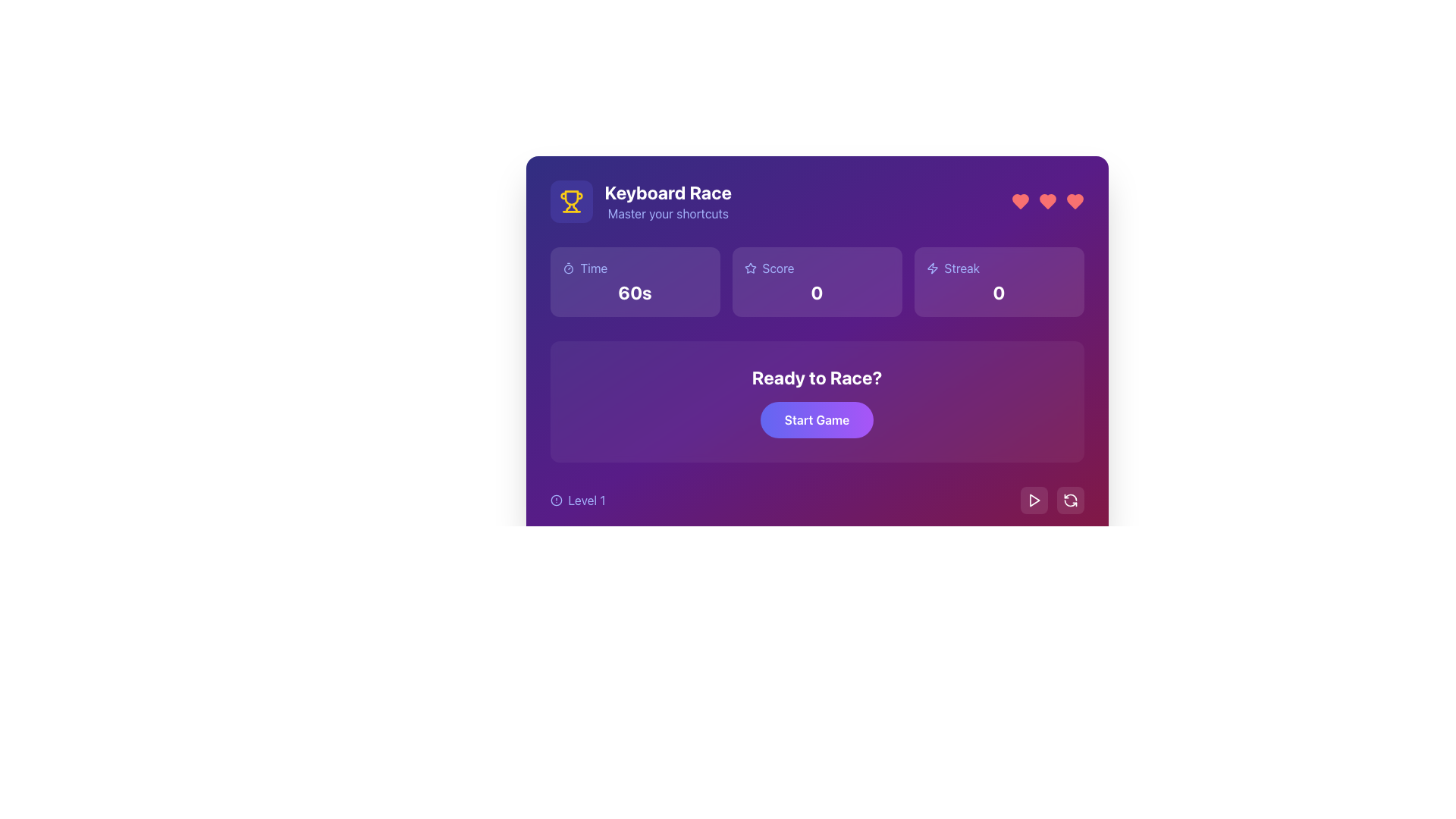 Image resolution: width=1456 pixels, height=819 pixels. I want to click on the purple star-shaped icon with a hollow center located to the left of the number '0' under the 'Score' label, so click(750, 268).